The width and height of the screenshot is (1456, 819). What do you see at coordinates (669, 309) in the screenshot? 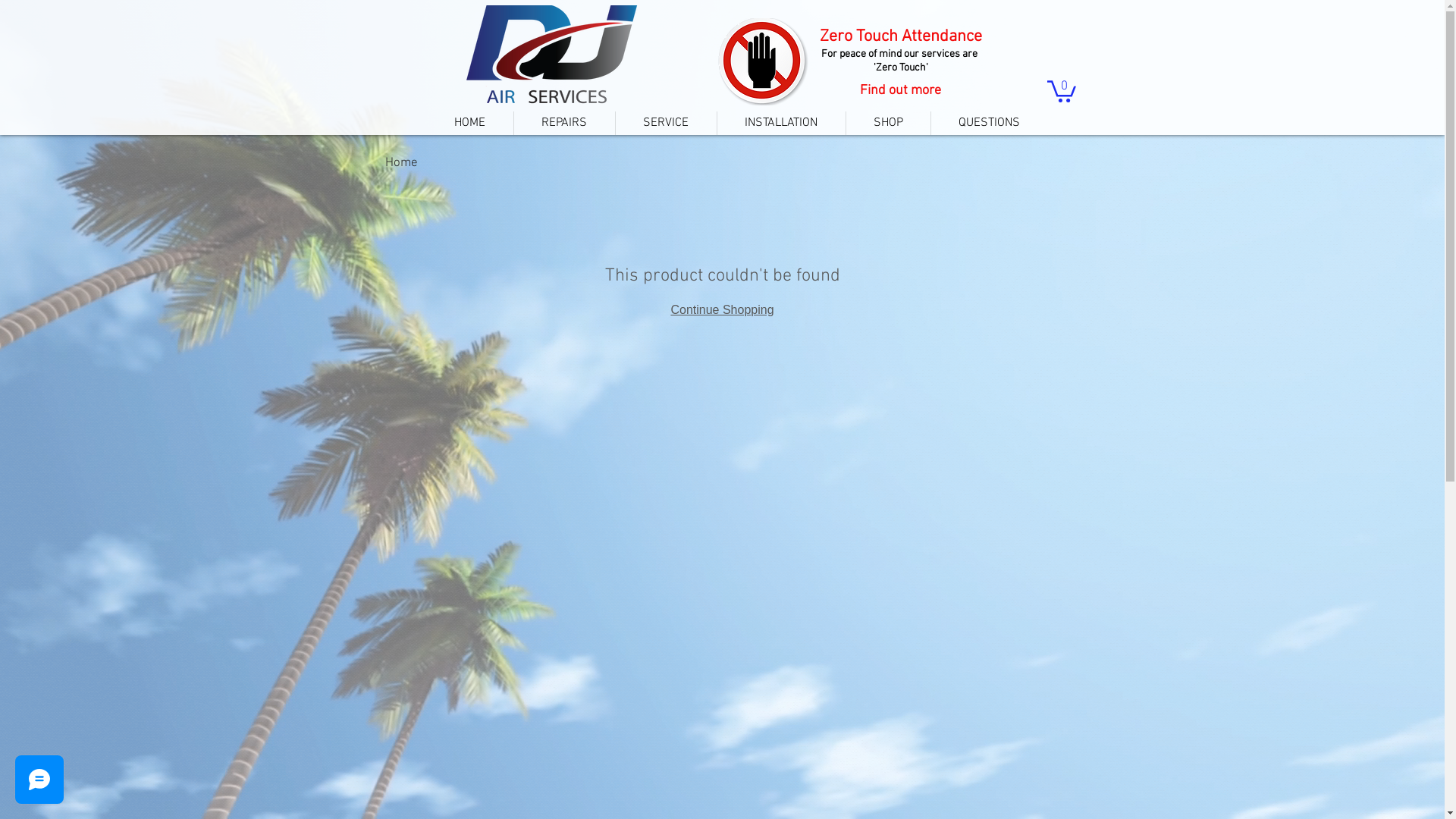
I see `'Continue Shopping'` at bounding box center [669, 309].